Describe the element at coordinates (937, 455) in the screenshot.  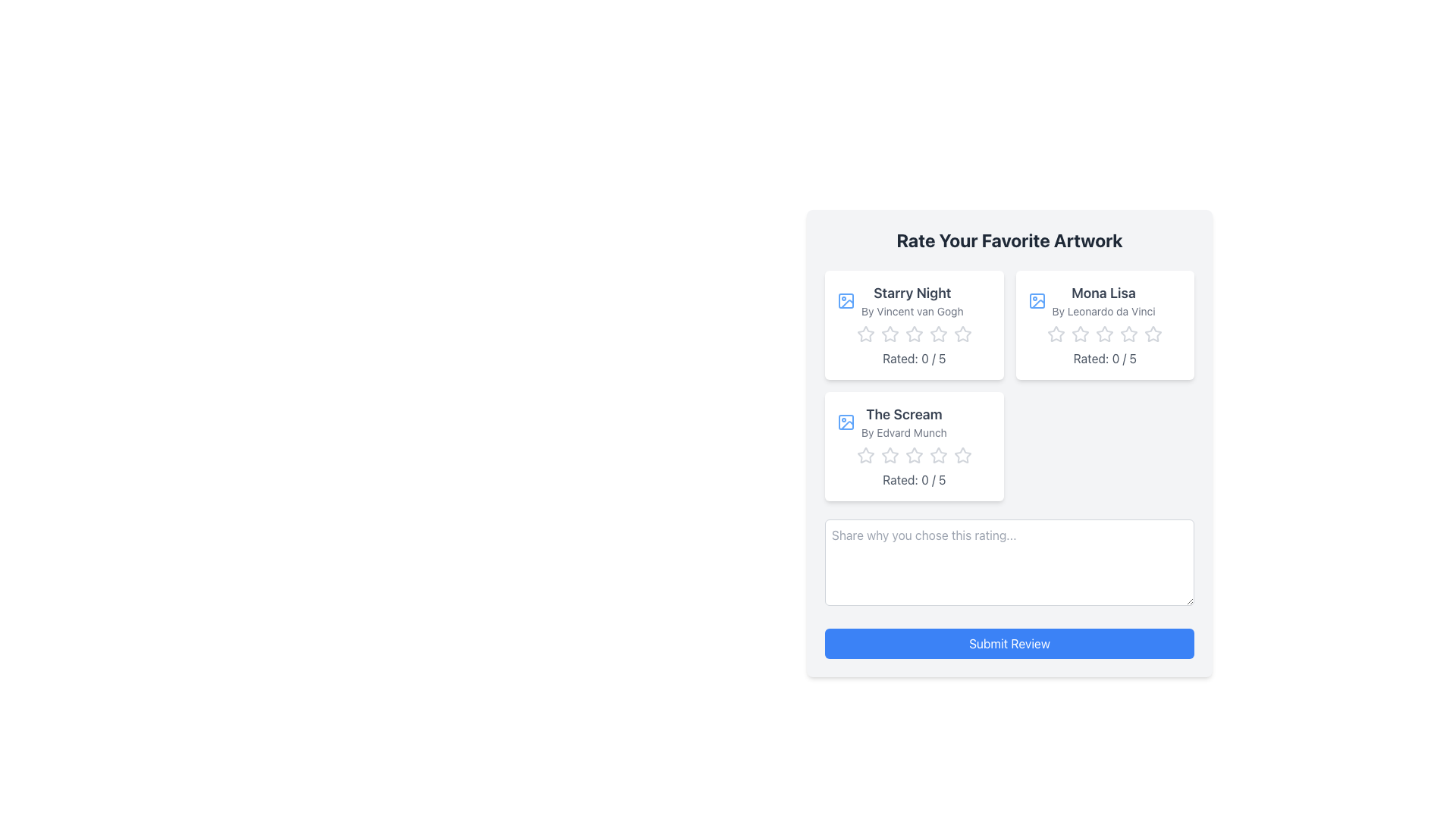
I see `the fourth star` at that location.